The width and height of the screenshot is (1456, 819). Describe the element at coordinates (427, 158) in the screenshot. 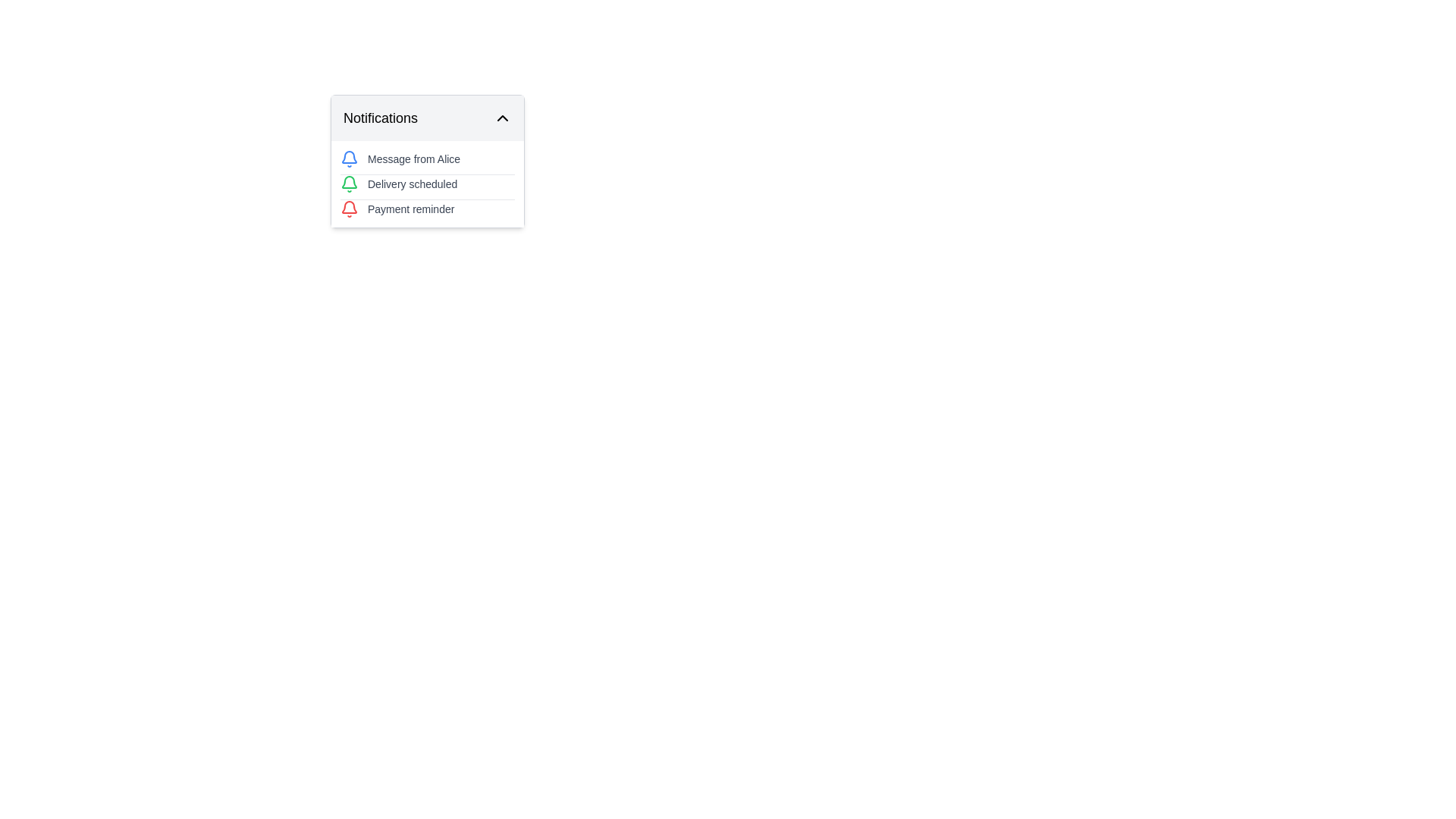

I see `the first notification item in the Notifications section that conveys a message from 'Alice'` at that location.